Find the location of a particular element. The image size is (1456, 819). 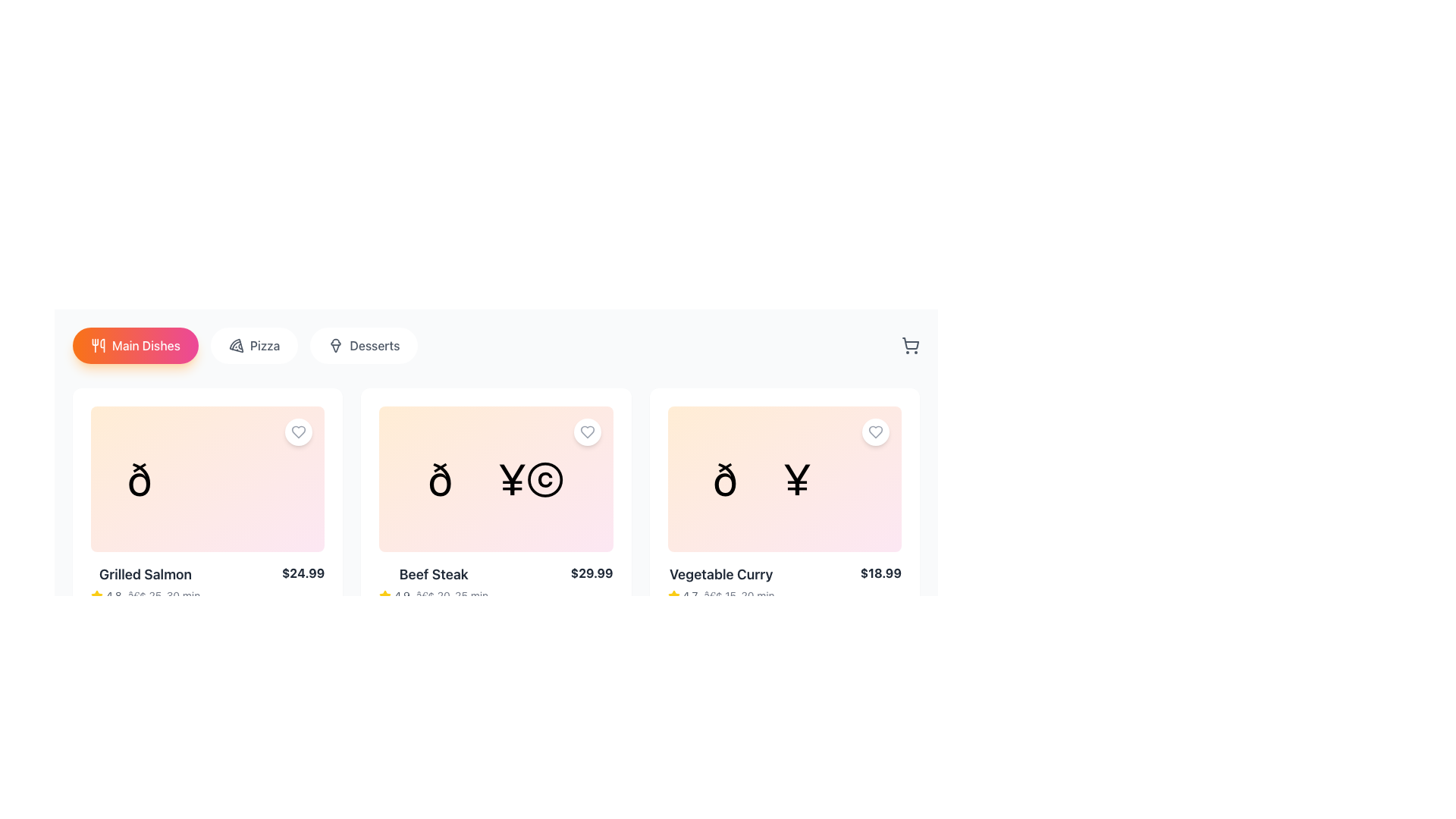

the first button in the horizontal list to filter and display items categorized under 'Main Dishes.' is located at coordinates (135, 345).